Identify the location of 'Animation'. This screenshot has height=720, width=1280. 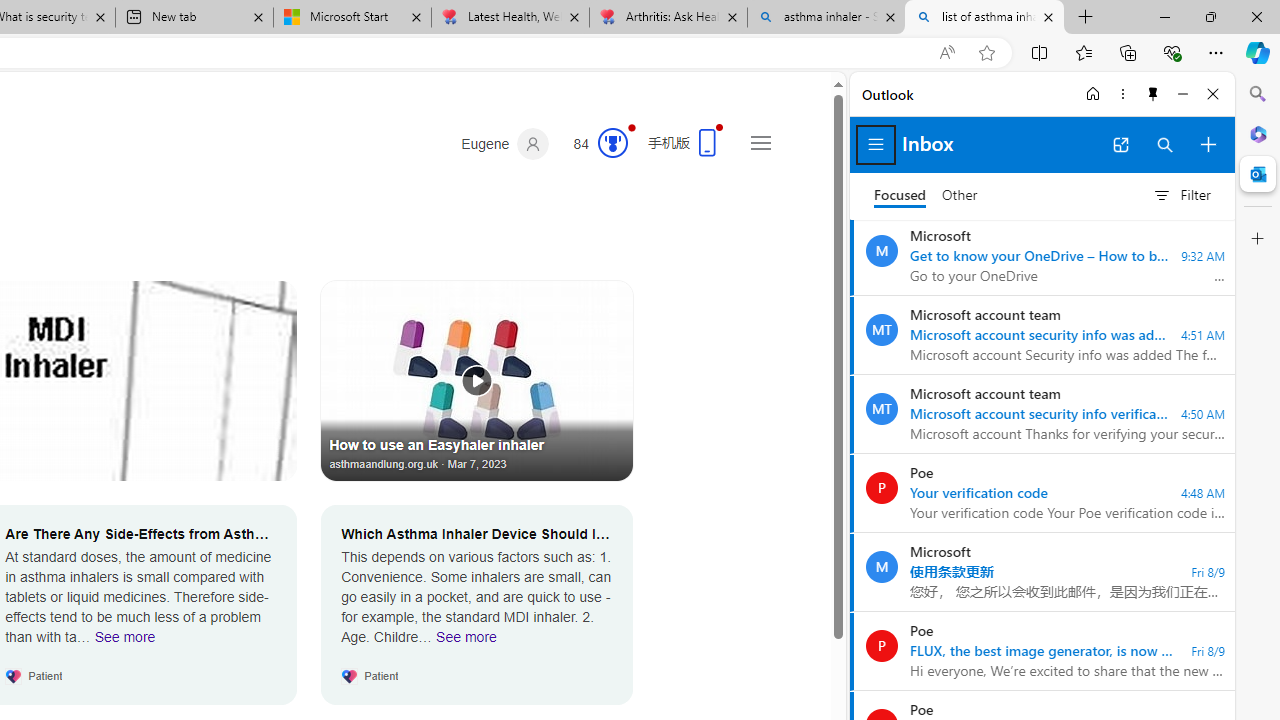
(631, 127).